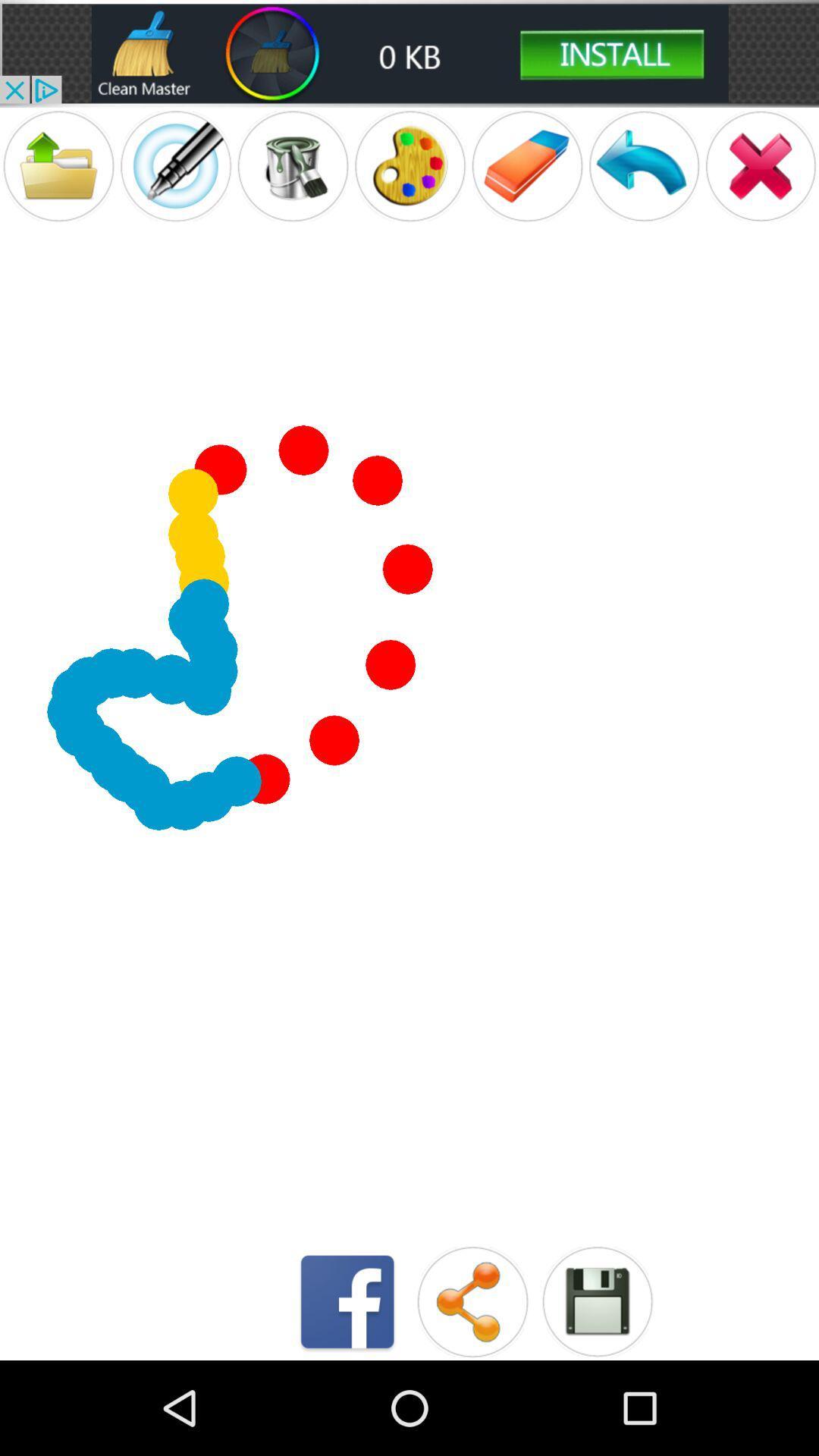 The width and height of the screenshot is (819, 1456). What do you see at coordinates (58, 177) in the screenshot?
I see `the folder icon` at bounding box center [58, 177].